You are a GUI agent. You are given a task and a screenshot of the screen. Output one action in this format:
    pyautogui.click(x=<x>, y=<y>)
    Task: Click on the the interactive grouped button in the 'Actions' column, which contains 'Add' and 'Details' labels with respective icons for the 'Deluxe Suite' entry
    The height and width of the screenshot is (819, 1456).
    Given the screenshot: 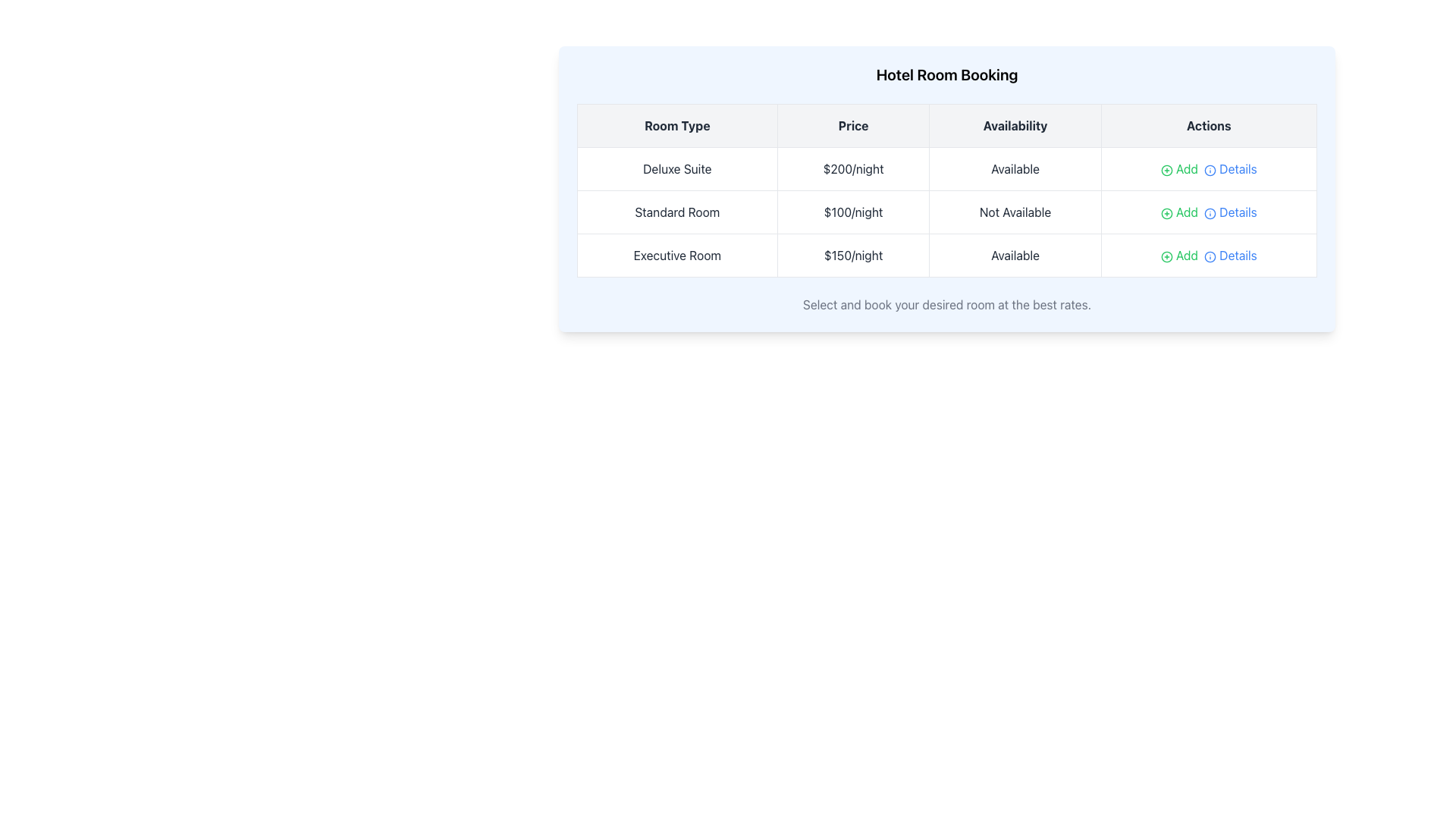 What is the action you would take?
    pyautogui.click(x=1208, y=169)
    